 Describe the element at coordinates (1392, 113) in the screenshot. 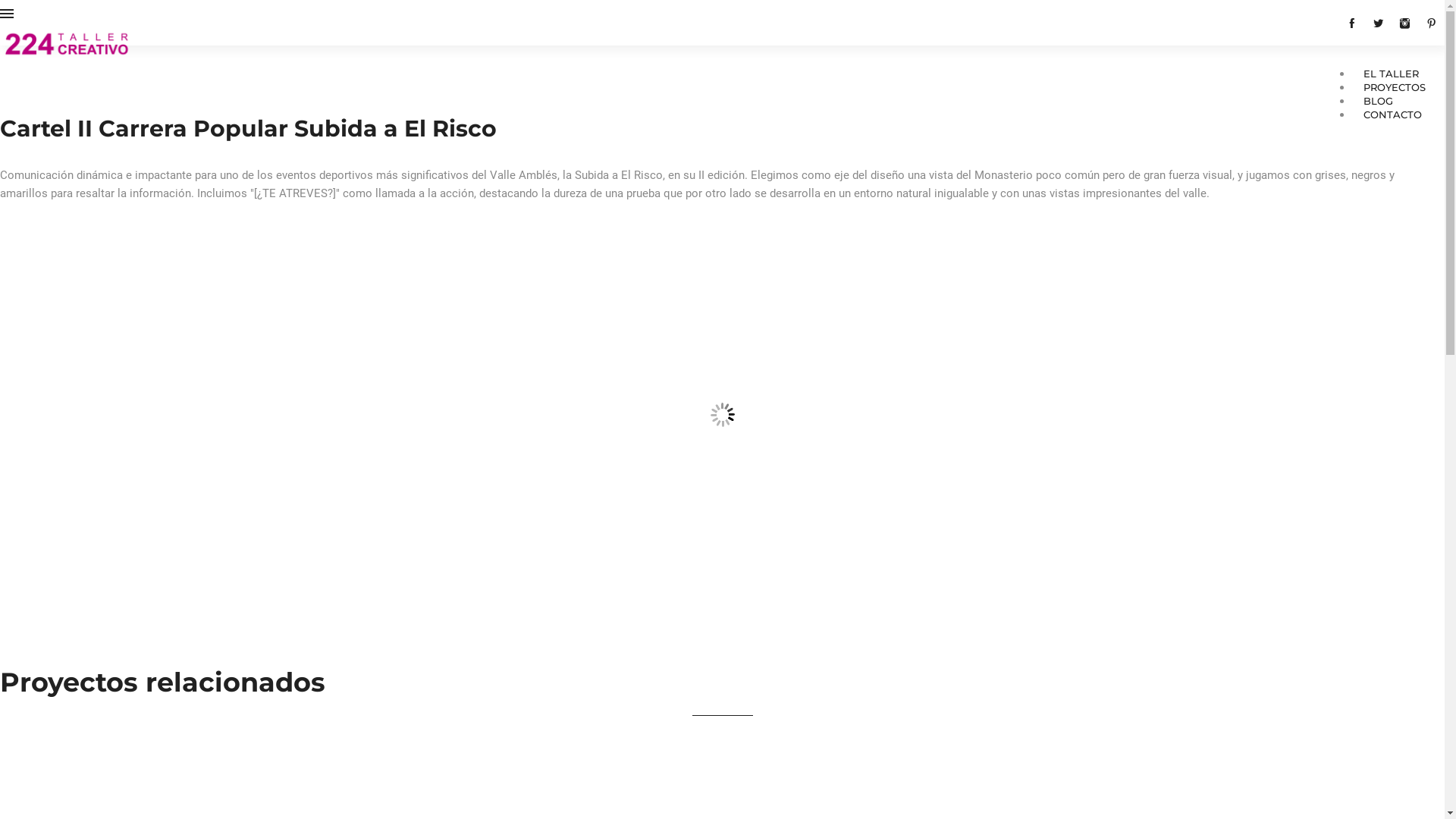

I see `'CONTACTO'` at that location.